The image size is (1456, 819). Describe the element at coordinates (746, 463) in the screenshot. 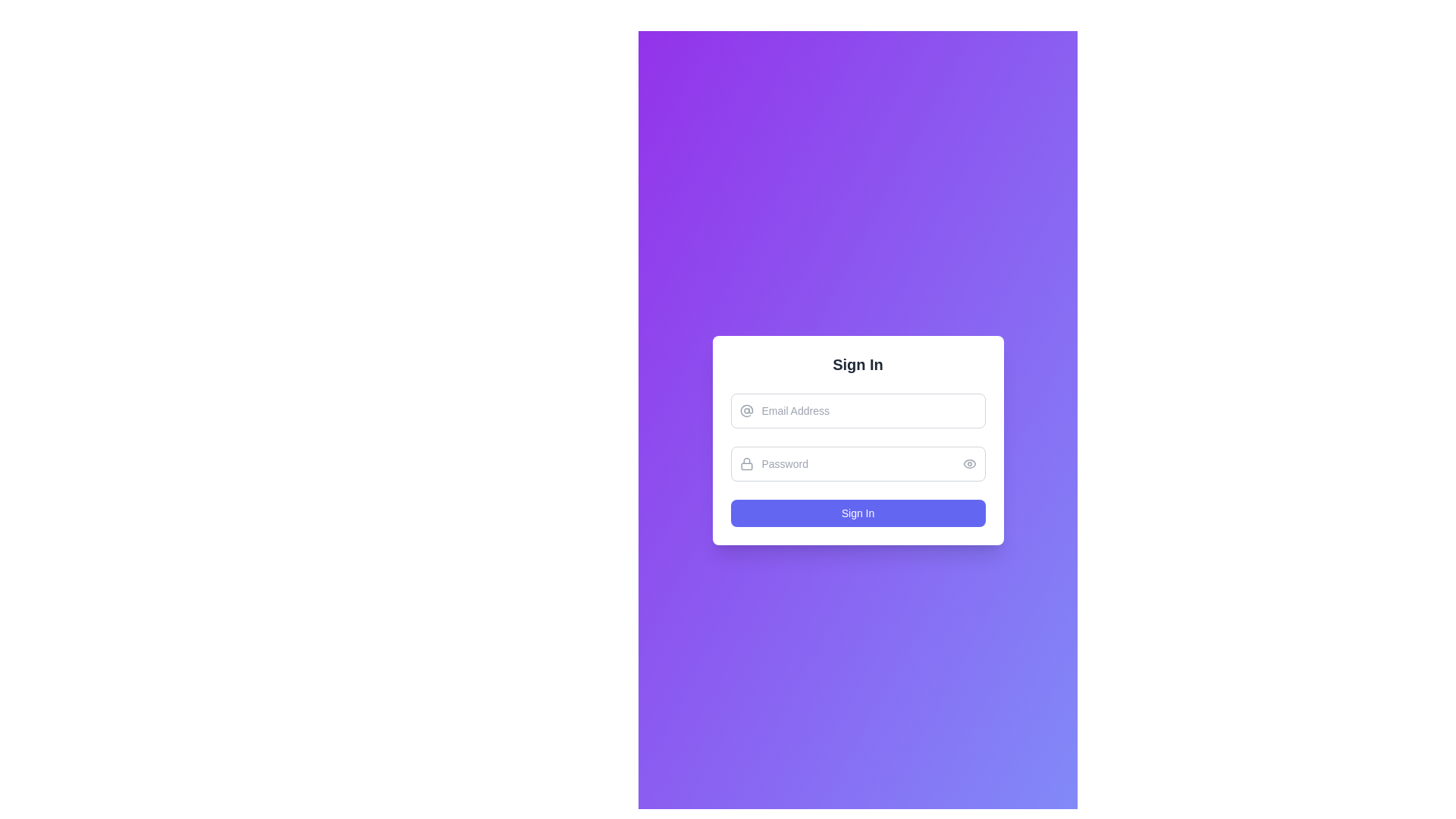

I see `the decorative lock icon that is styled in light gray, positioned to the left of the password input field with placeholder text 'Password'` at that location.